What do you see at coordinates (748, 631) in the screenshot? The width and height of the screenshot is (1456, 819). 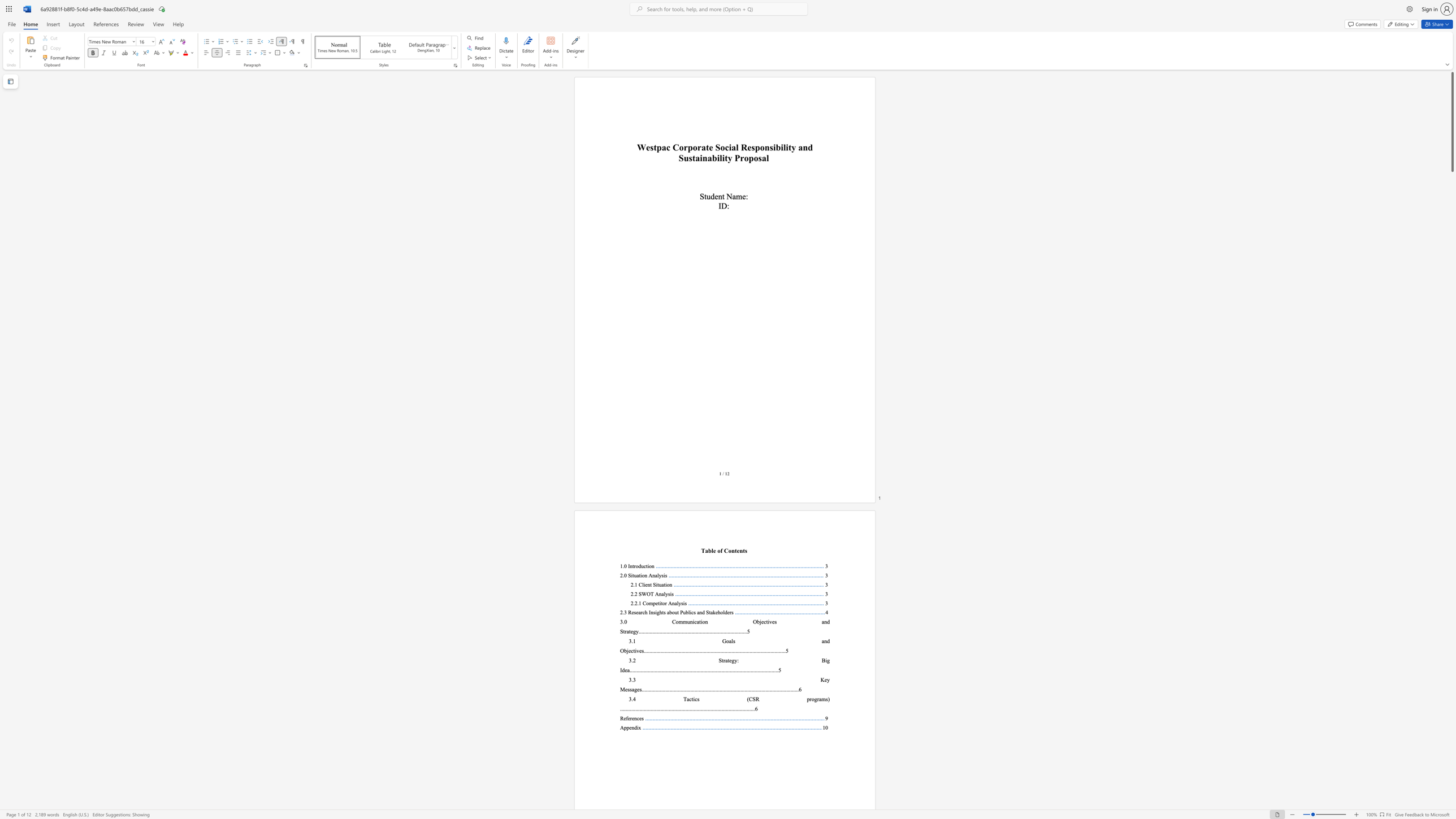 I see `the 1th character "5" in the text` at bounding box center [748, 631].